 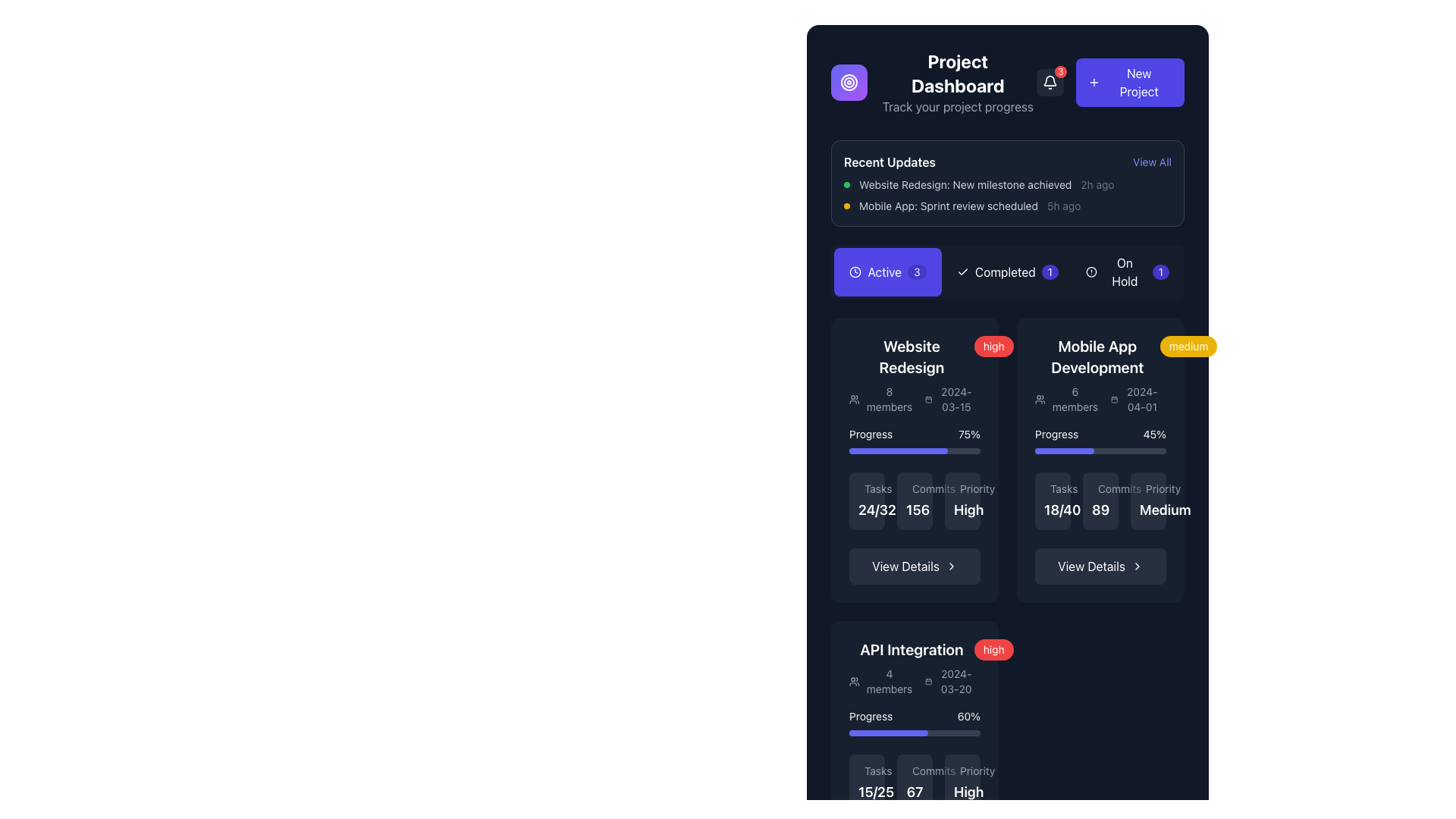 What do you see at coordinates (848, 82) in the screenshot?
I see `the square icon with a gradient background transitioning from indigo to purple, which contains a white concentric target symbol located on the left side of the 'Project Dashboard' header section` at bounding box center [848, 82].